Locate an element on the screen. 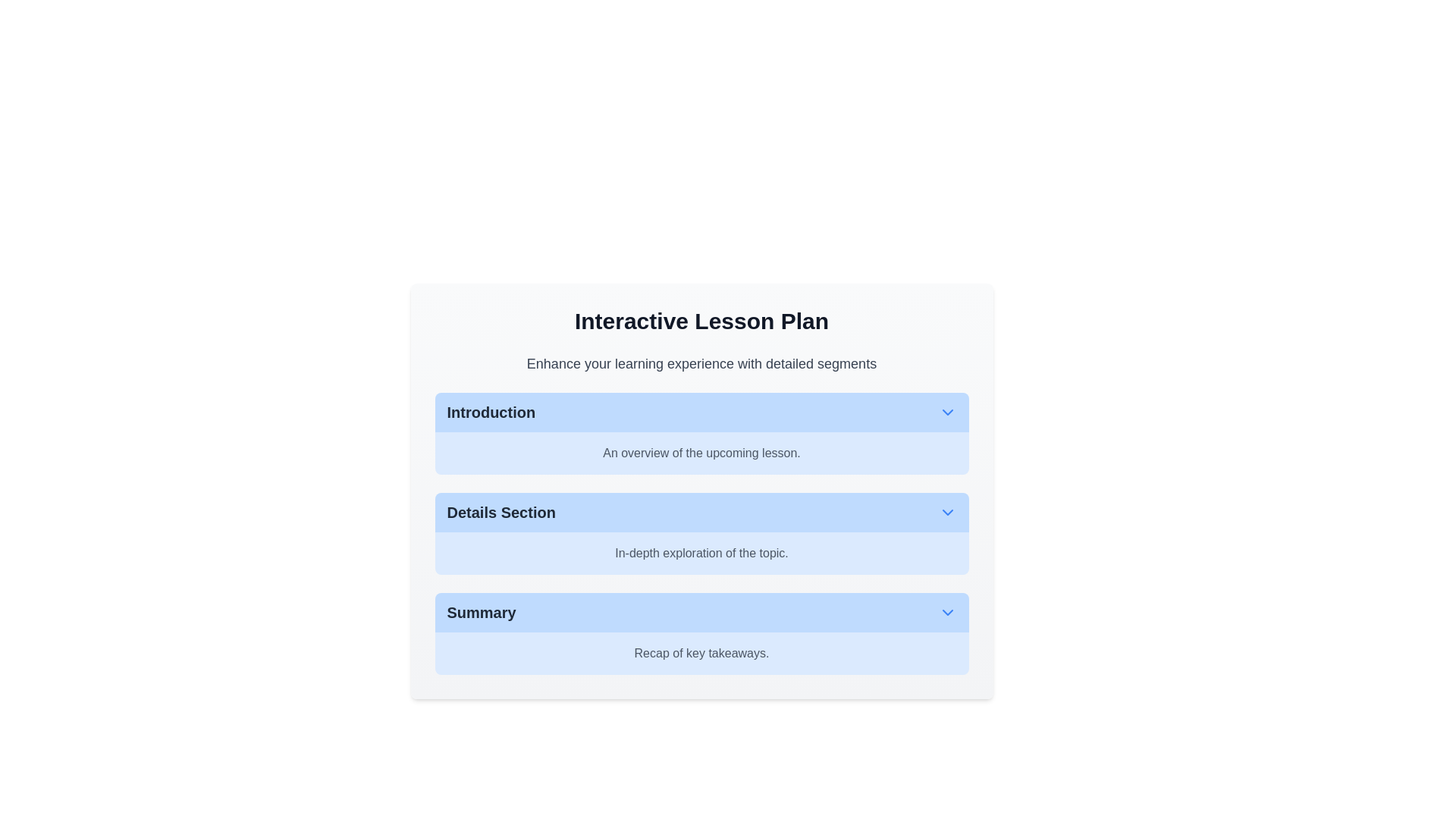  the 'Introduction' text label which serves as the title for the section, located in the blue header of the first card section, to the left of the chevron icon is located at coordinates (491, 412).